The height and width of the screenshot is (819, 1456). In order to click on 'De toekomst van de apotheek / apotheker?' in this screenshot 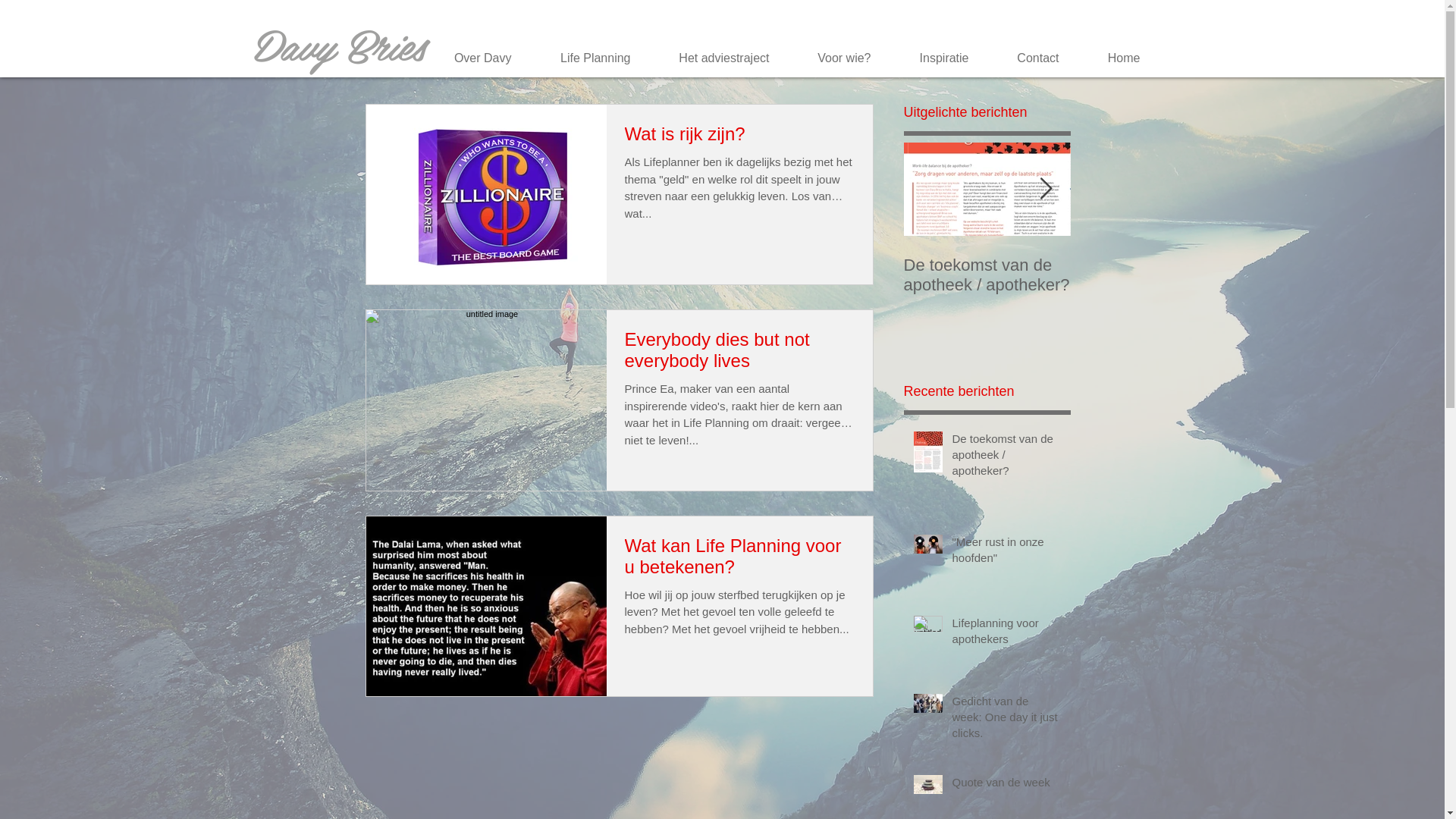, I will do `click(987, 275)`.